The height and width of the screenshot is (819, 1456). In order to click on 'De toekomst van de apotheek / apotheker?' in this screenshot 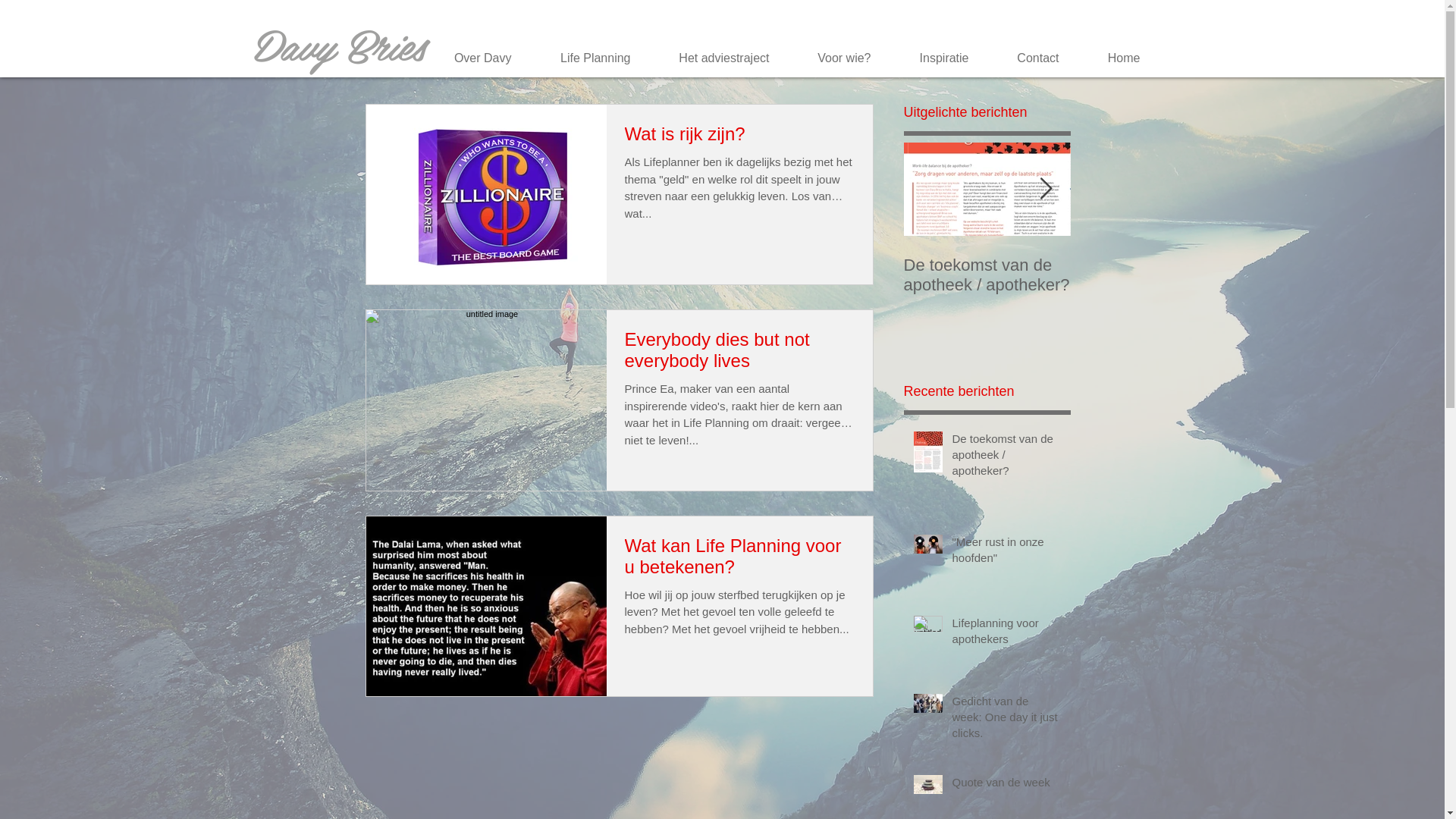, I will do `click(987, 275)`.